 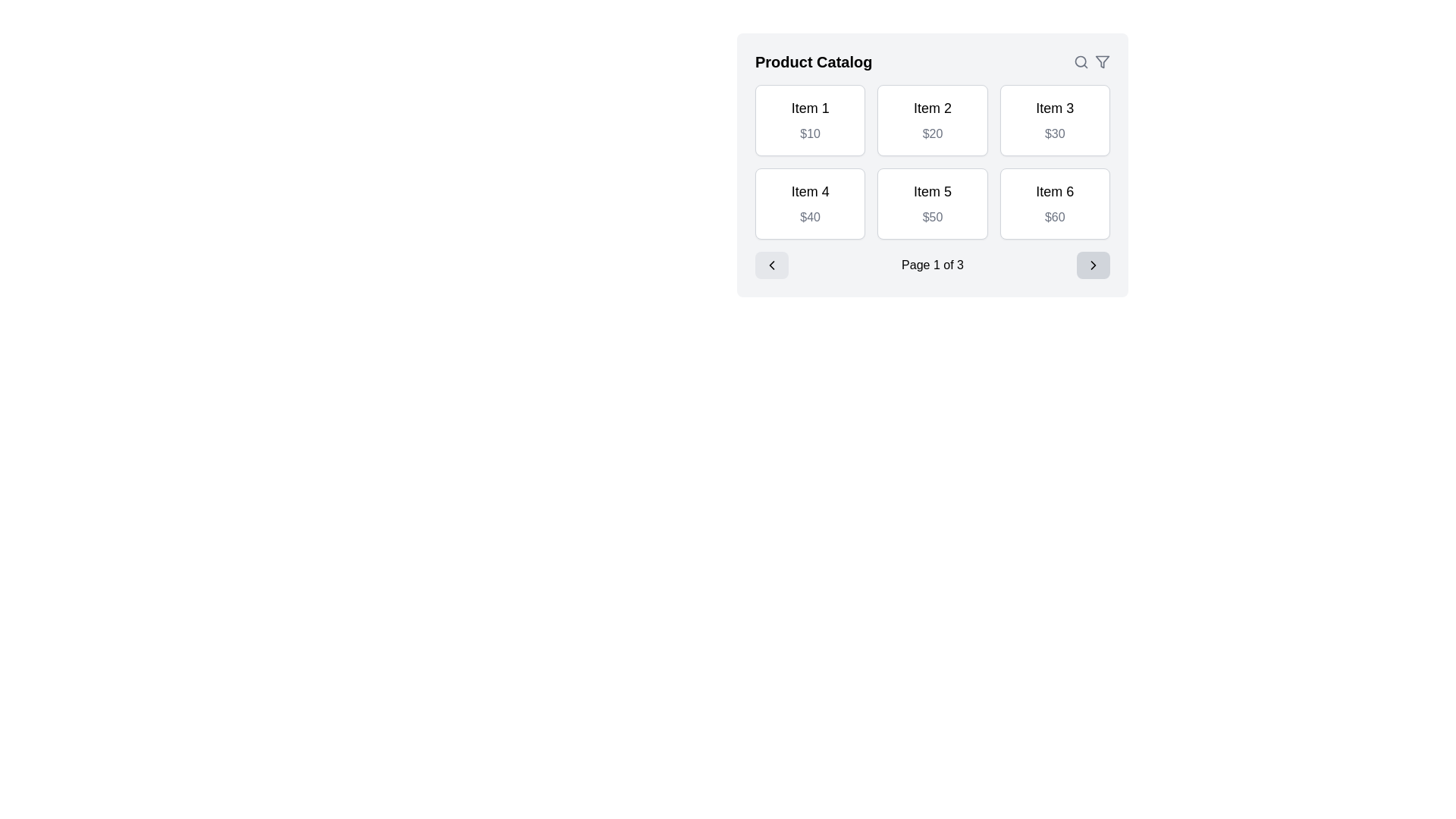 What do you see at coordinates (1093, 265) in the screenshot?
I see `the rightmost navigation button located below the product grid to proceed to the next page` at bounding box center [1093, 265].